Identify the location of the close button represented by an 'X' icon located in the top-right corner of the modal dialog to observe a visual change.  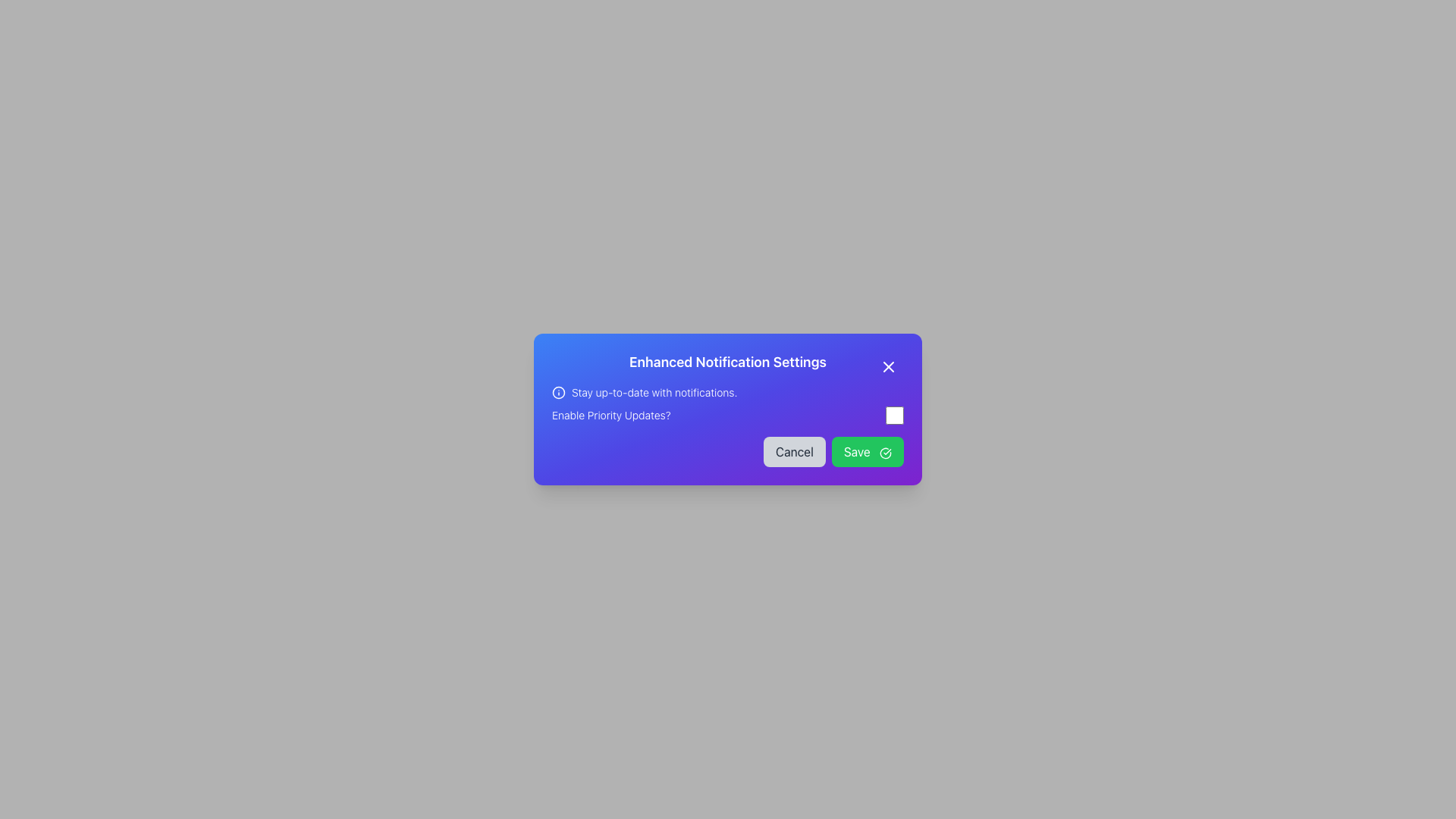
(888, 366).